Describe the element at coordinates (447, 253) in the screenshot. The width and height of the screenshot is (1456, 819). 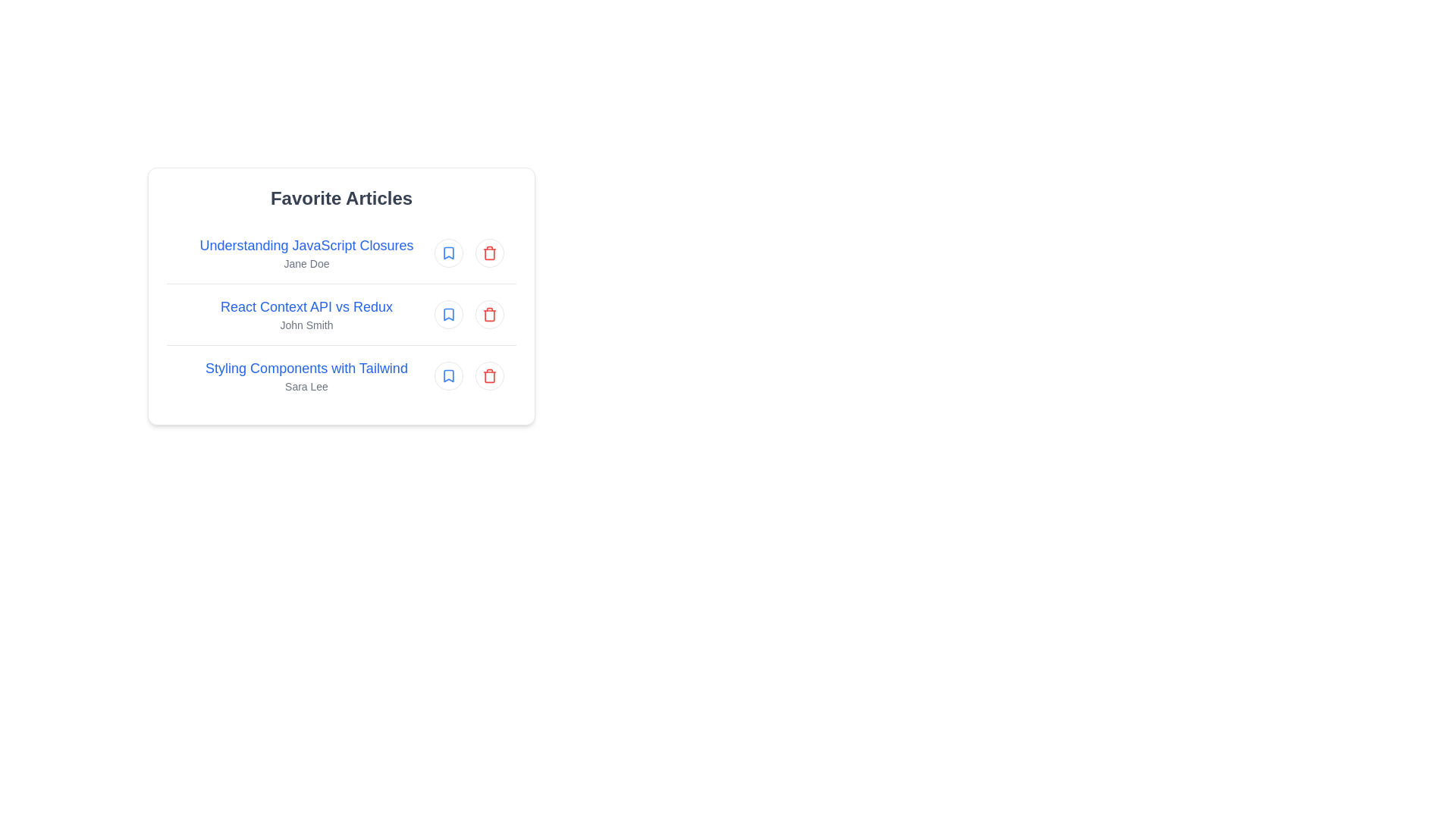
I see `the Bookmark icon for the article titled 'Understanding JavaScript Closures'` at that location.